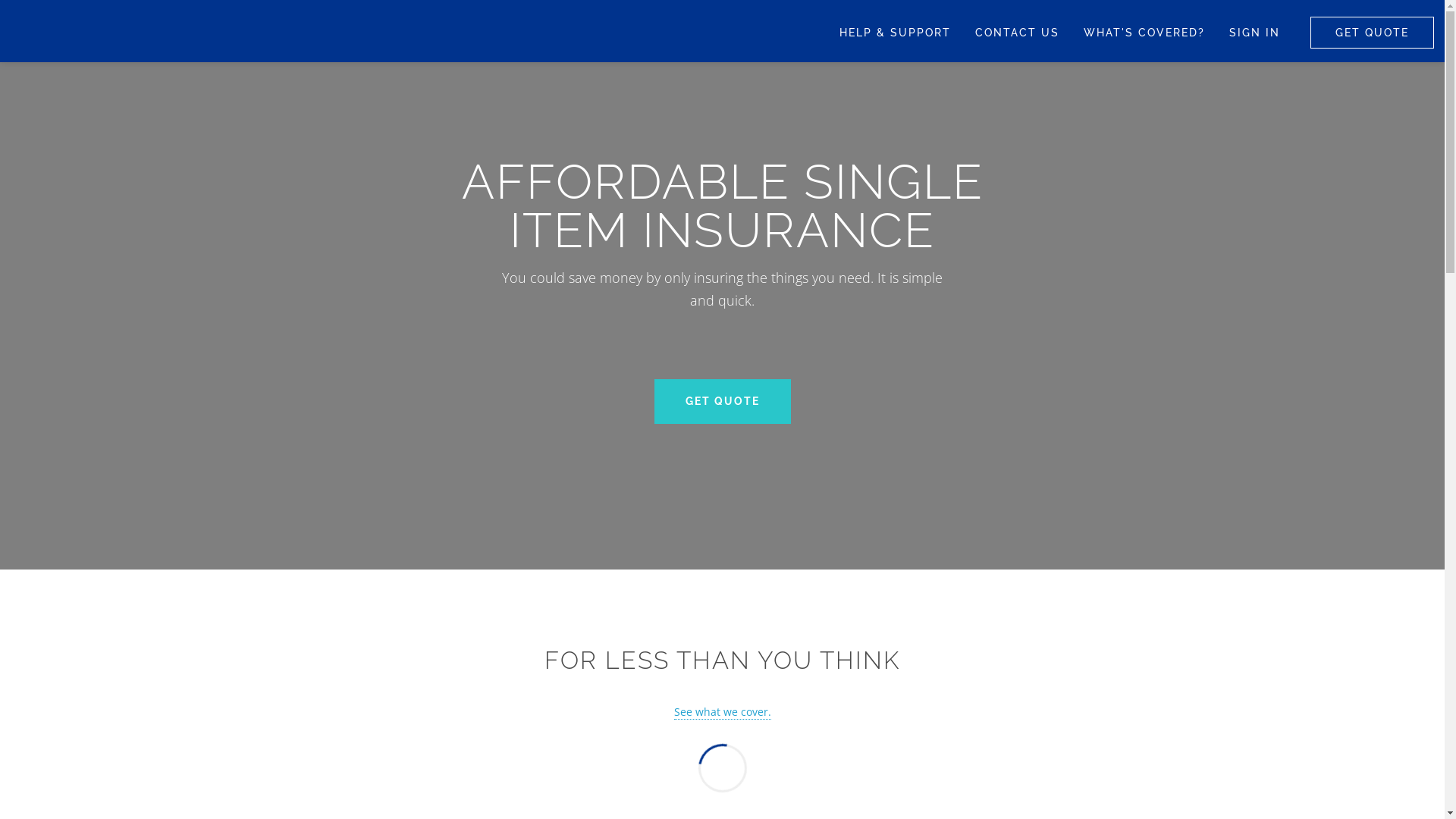 The height and width of the screenshot is (819, 1456). Describe the element at coordinates (826, 32) in the screenshot. I see `'HELP & SUPPORT'` at that location.